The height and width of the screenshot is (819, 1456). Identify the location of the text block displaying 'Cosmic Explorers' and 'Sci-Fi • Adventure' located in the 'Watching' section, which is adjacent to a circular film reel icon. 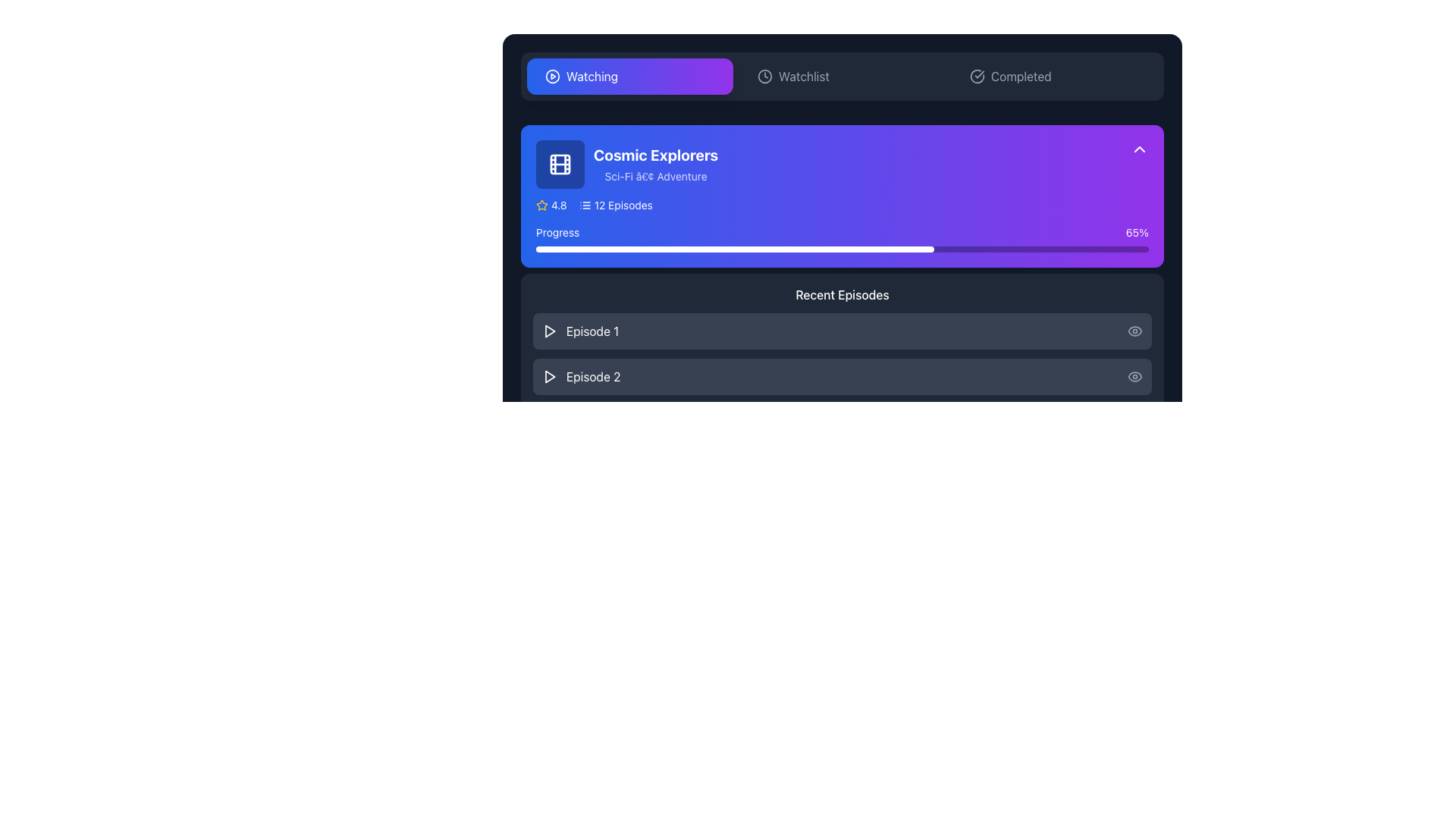
(656, 164).